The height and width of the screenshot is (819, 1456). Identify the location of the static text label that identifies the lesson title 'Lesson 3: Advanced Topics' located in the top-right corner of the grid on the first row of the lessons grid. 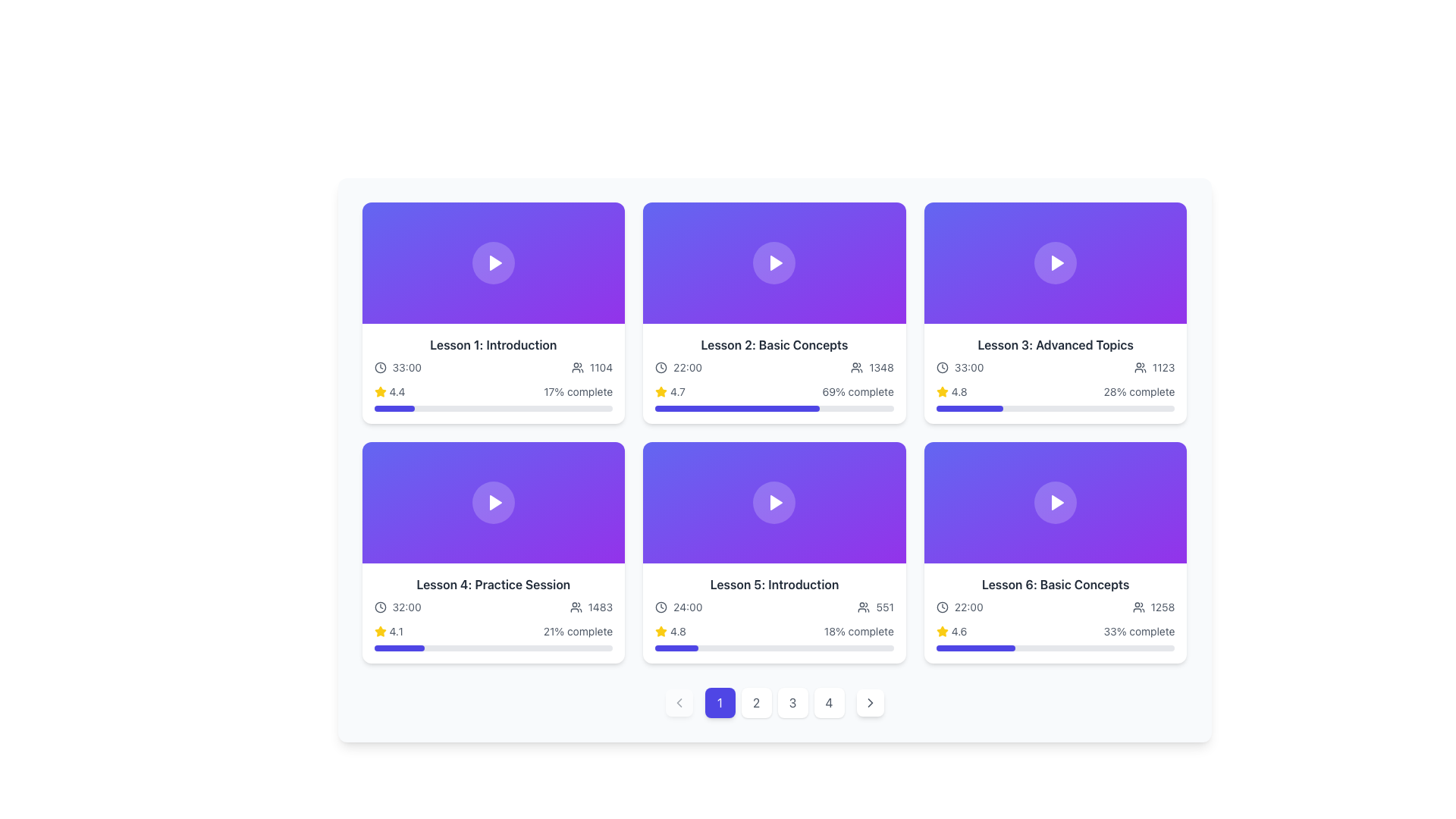
(1055, 345).